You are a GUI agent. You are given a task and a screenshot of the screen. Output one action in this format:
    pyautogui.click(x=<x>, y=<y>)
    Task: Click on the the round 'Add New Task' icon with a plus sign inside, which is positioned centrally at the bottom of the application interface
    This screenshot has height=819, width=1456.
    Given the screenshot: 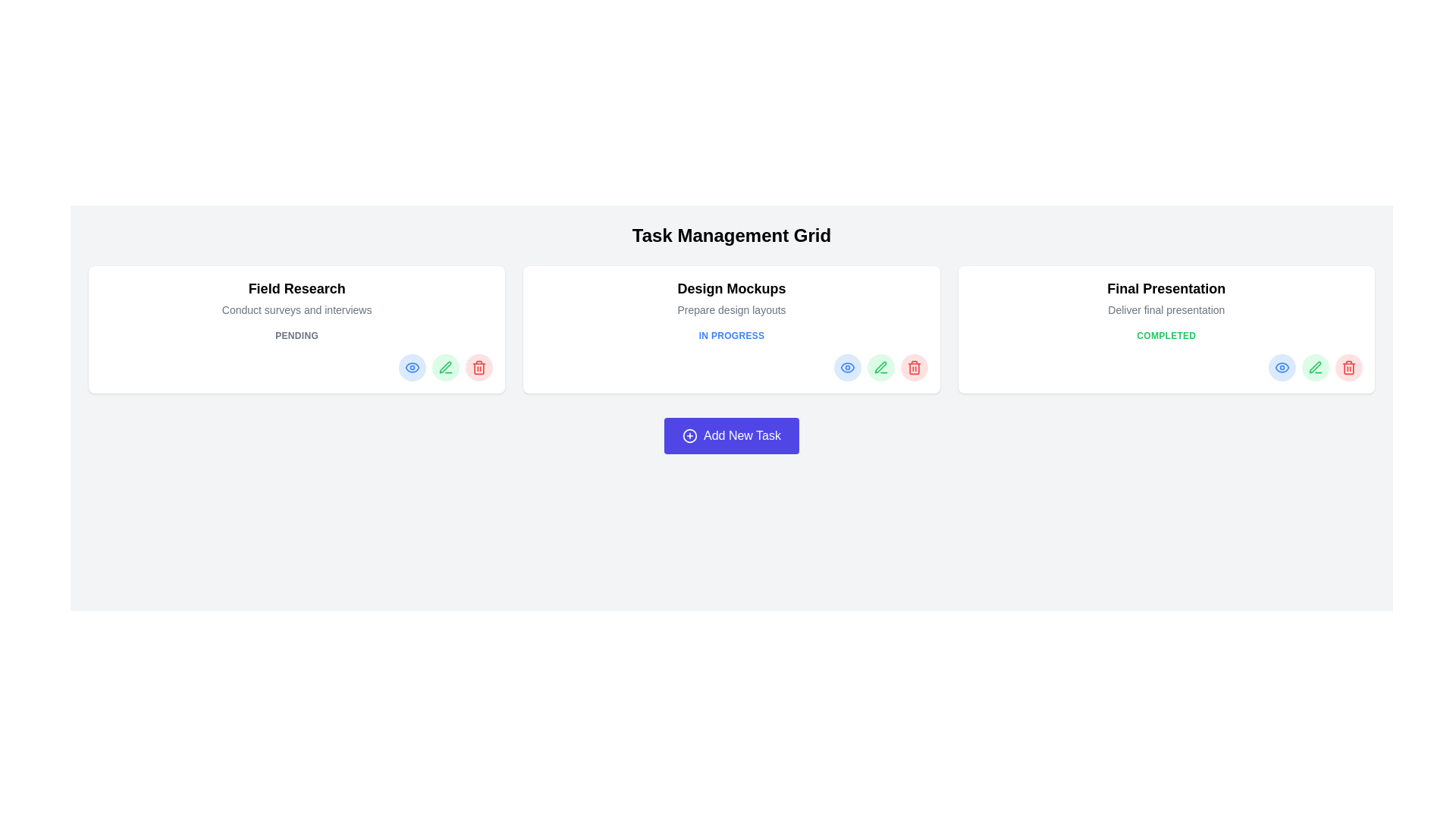 What is the action you would take?
    pyautogui.click(x=689, y=435)
    